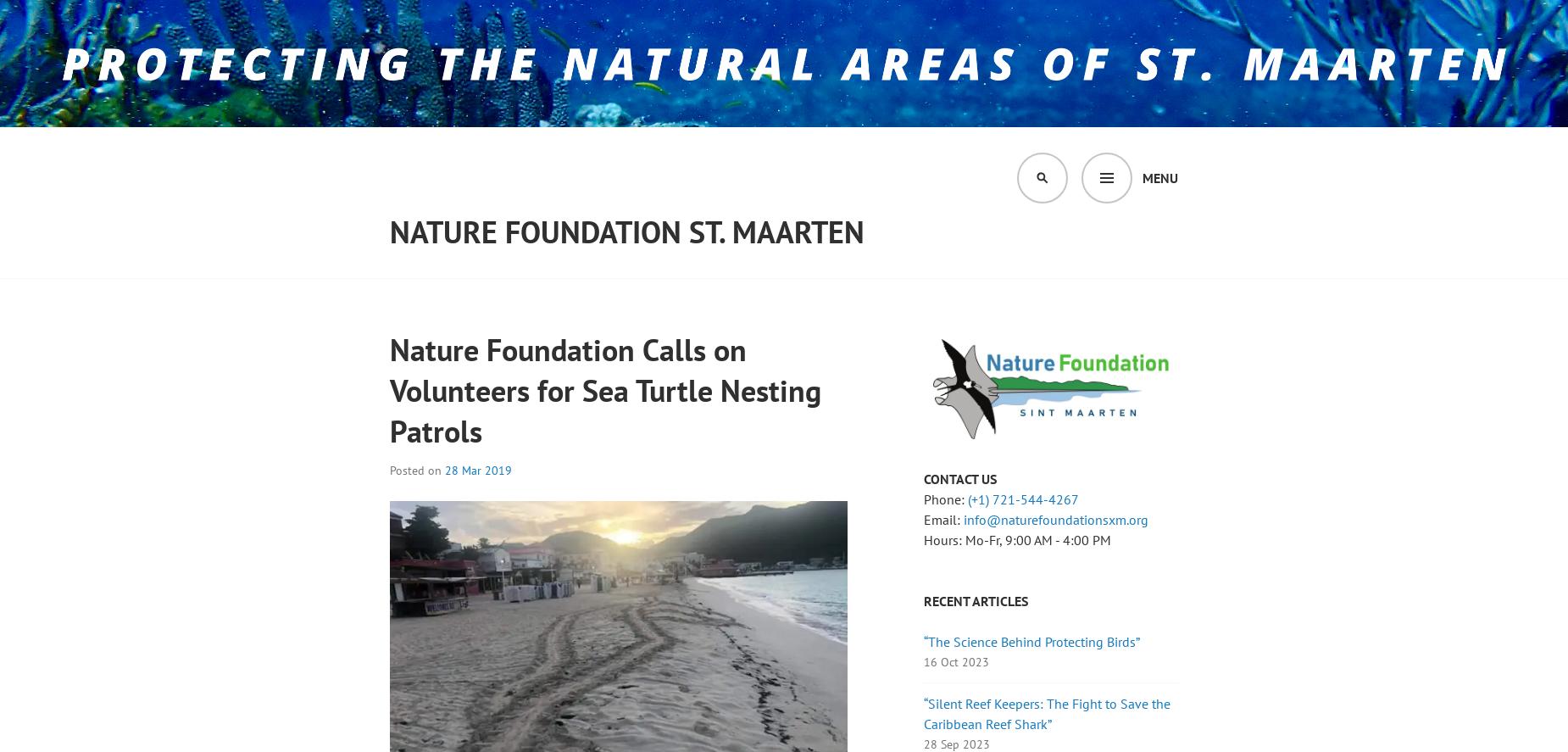  What do you see at coordinates (923, 640) in the screenshot?
I see `'“The Science Behind Protecting Birds”'` at bounding box center [923, 640].